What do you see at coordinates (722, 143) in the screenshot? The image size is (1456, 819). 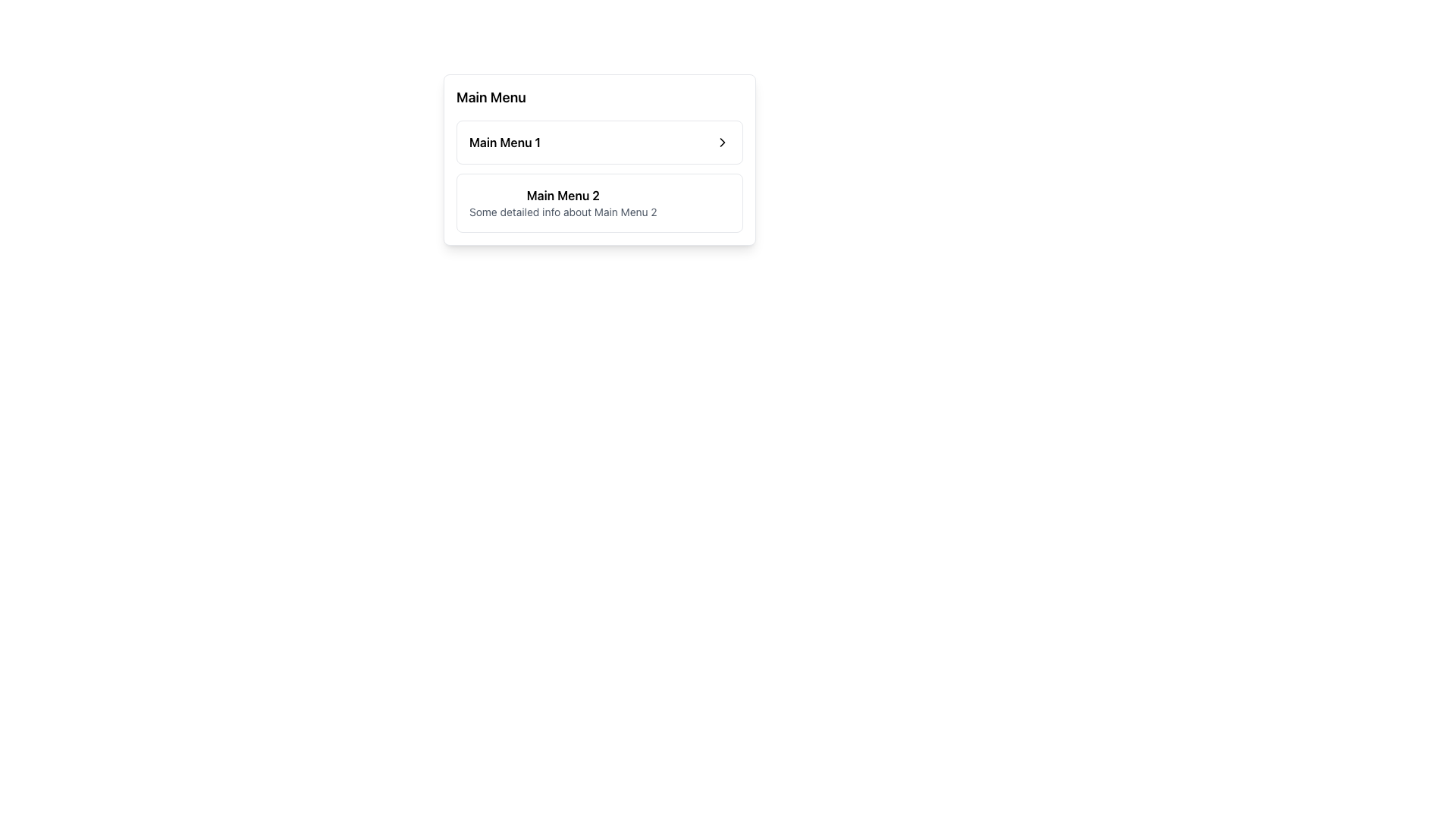 I see `the chevron icon indicating the expandable 'Main Menu 1' item, located at the far right end of the list item` at bounding box center [722, 143].